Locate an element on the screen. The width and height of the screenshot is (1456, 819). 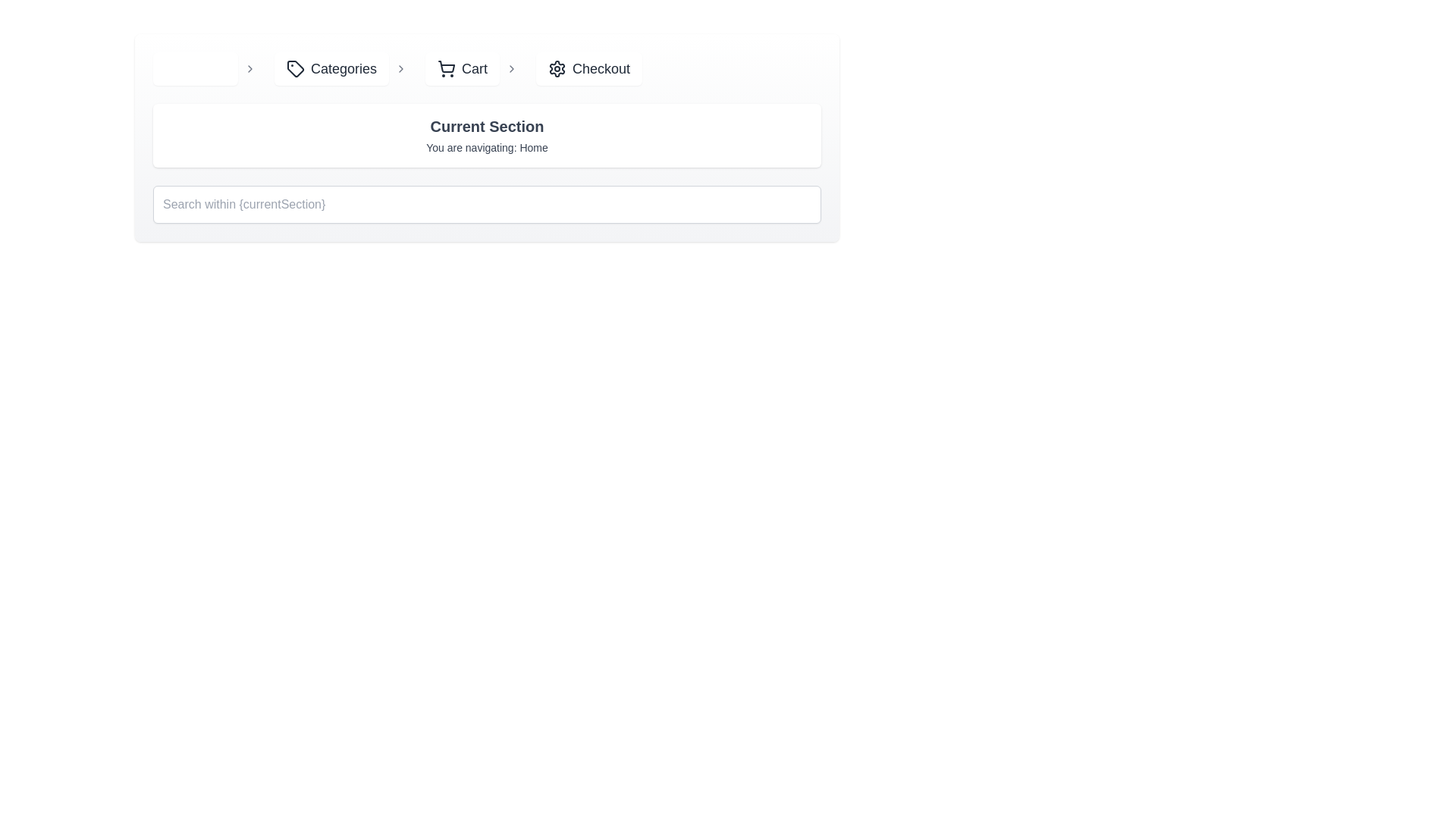
the navigation button that redirects to the 'Categories' page, positioned second in the list after 'Home' and before 'Cart' is located at coordinates (343, 69).